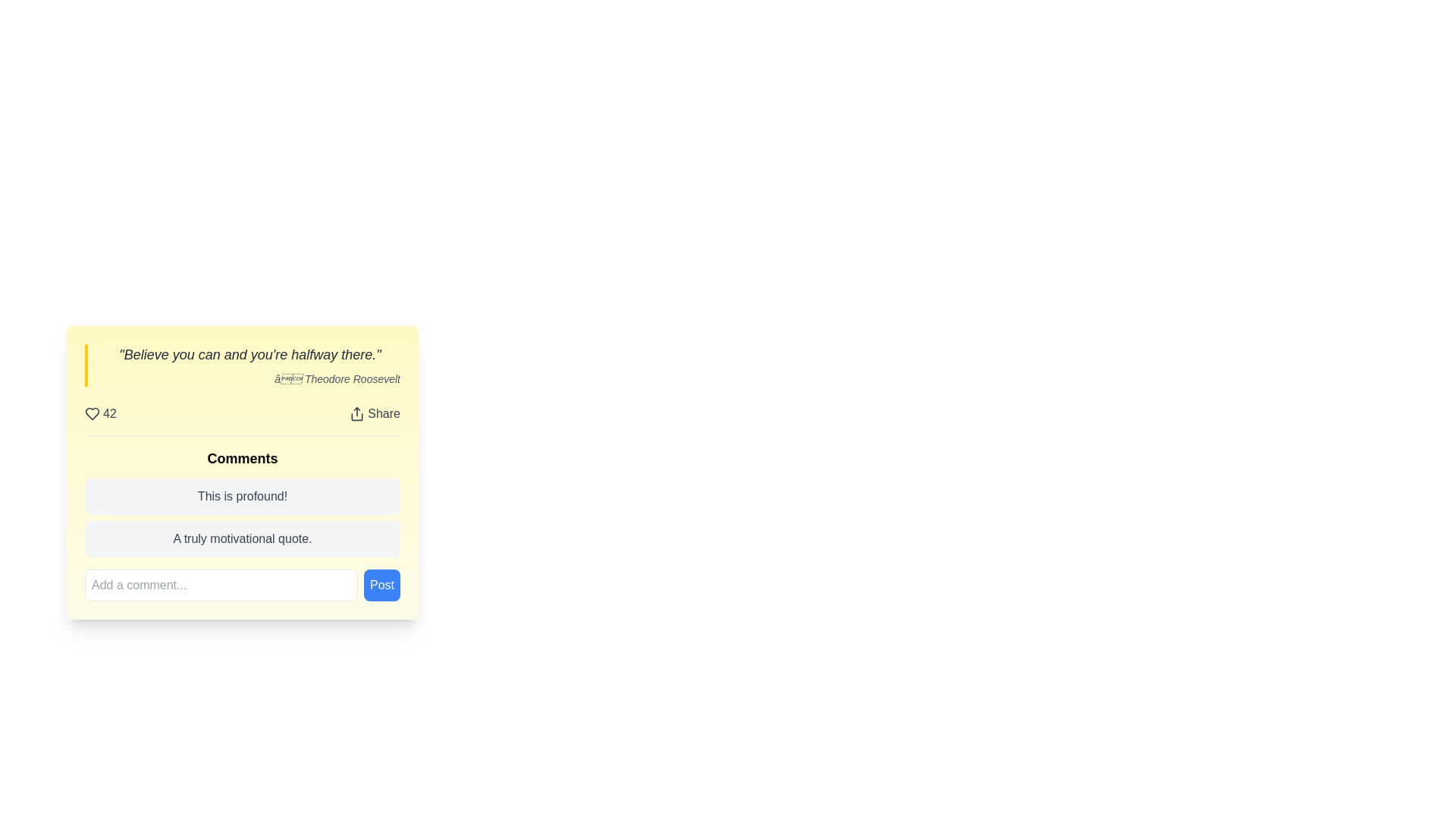 Image resolution: width=1456 pixels, height=819 pixels. What do you see at coordinates (384, 414) in the screenshot?
I see `the 'Share' text label, which is styled in a readable font and located in the lower right corner of a card-like section` at bounding box center [384, 414].